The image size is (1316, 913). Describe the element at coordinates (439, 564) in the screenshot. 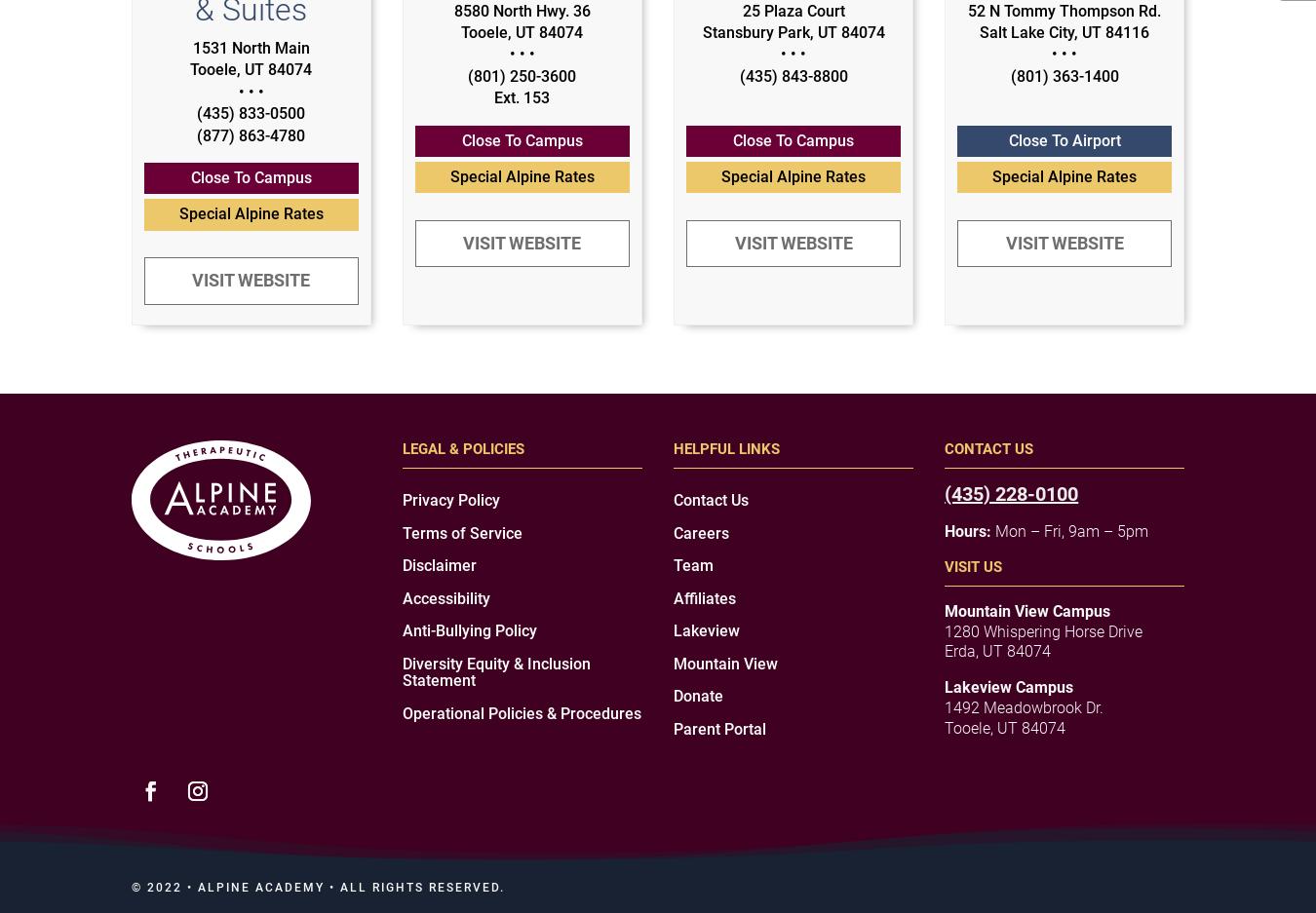

I see `'Disclaimer'` at that location.